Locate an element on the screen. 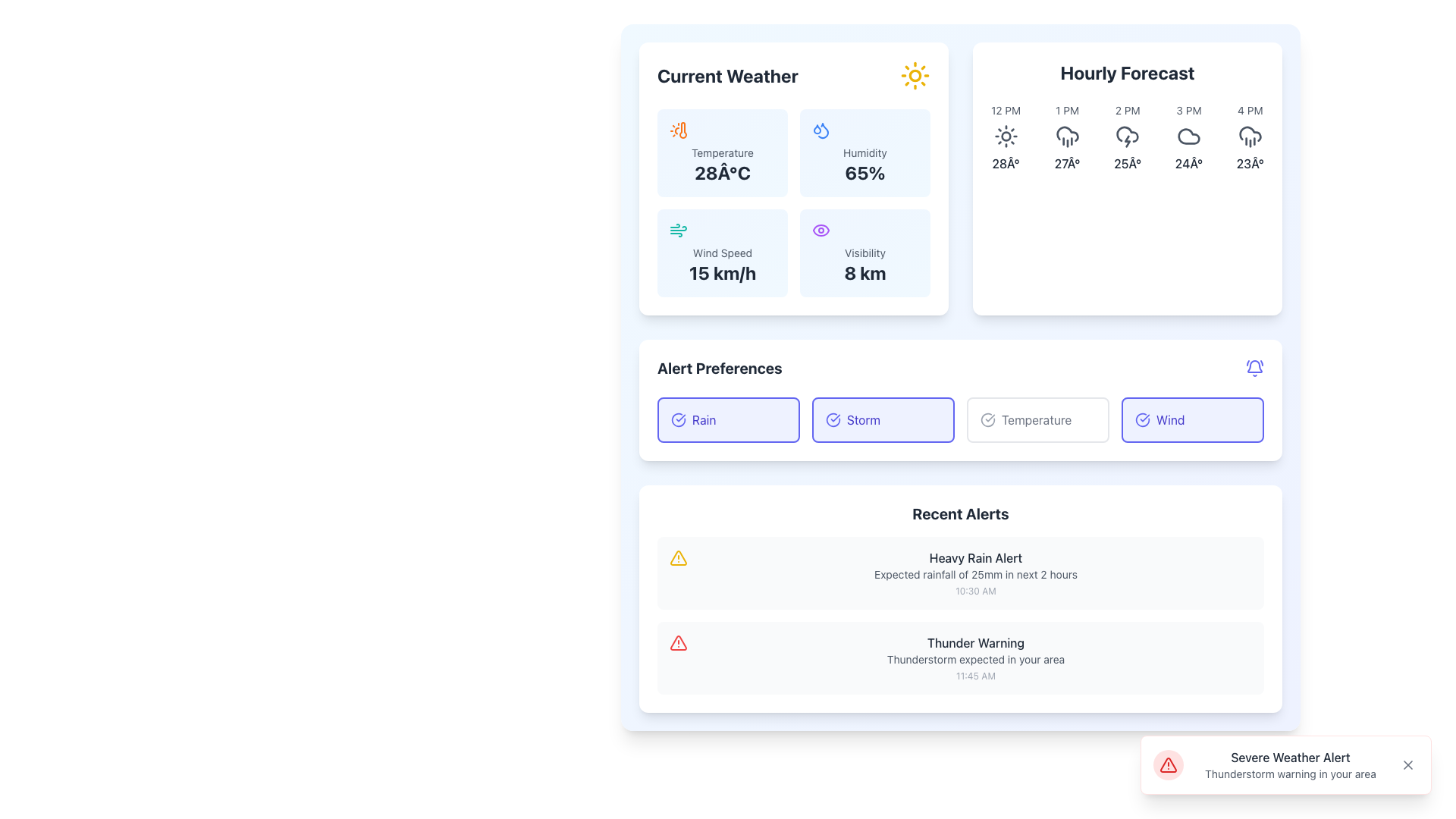 The width and height of the screenshot is (1456, 819). the 'Recent Alerts' heading to identify the section's purpose is located at coordinates (960, 513).